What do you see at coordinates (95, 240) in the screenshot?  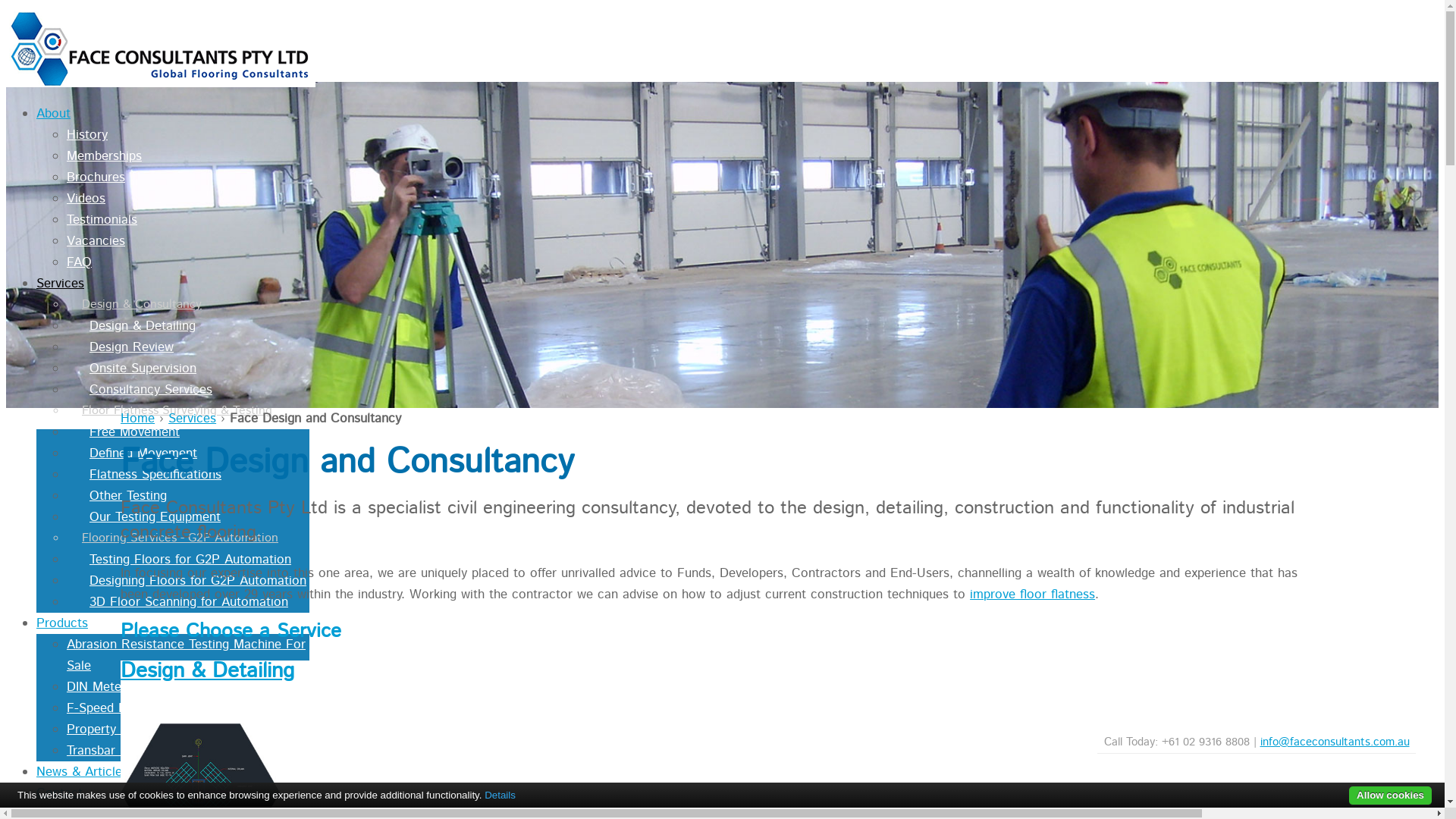 I see `'Vacancies'` at bounding box center [95, 240].